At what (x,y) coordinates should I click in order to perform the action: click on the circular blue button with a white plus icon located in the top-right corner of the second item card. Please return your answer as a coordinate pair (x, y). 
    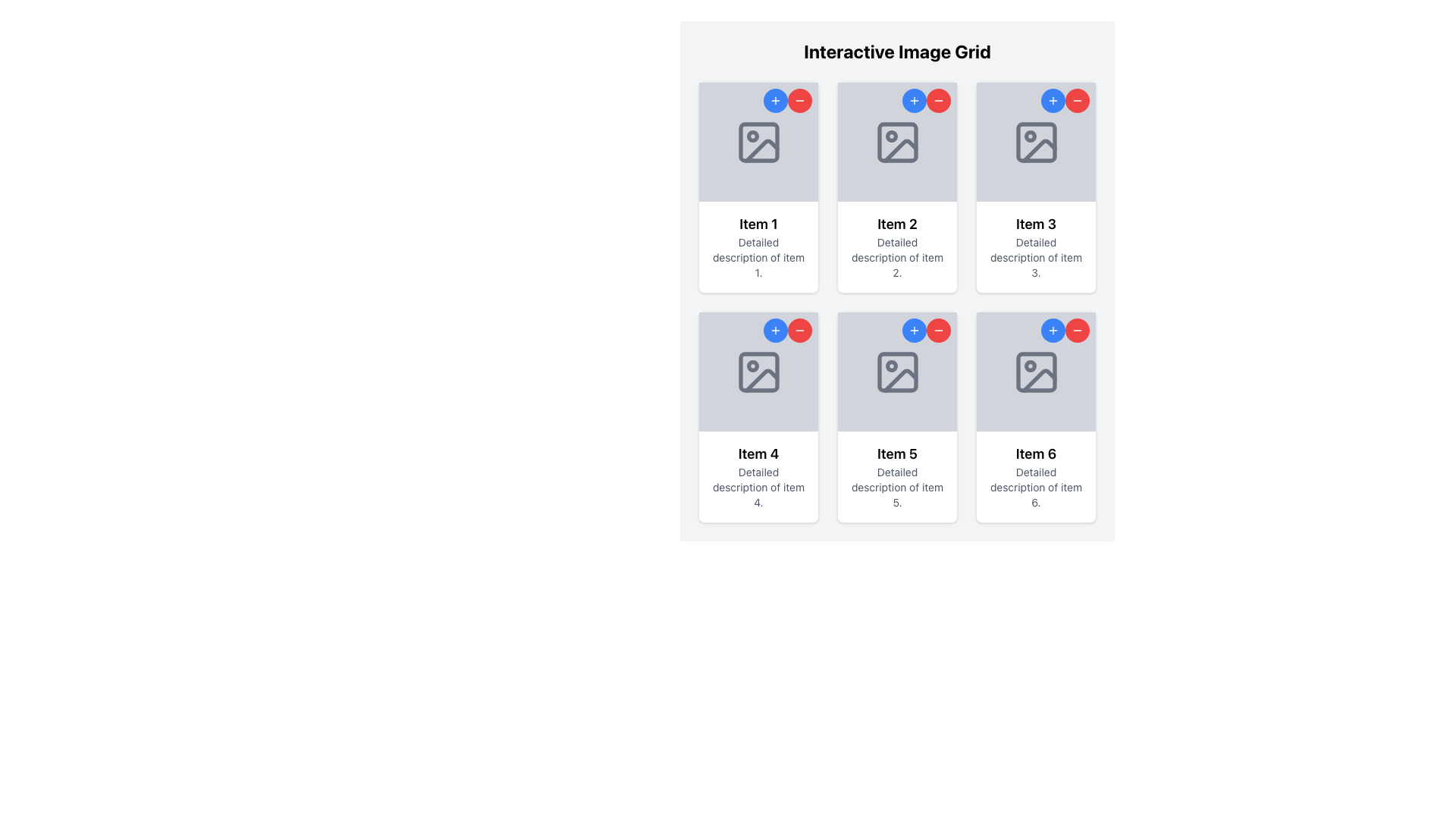
    Looking at the image, I should click on (913, 100).